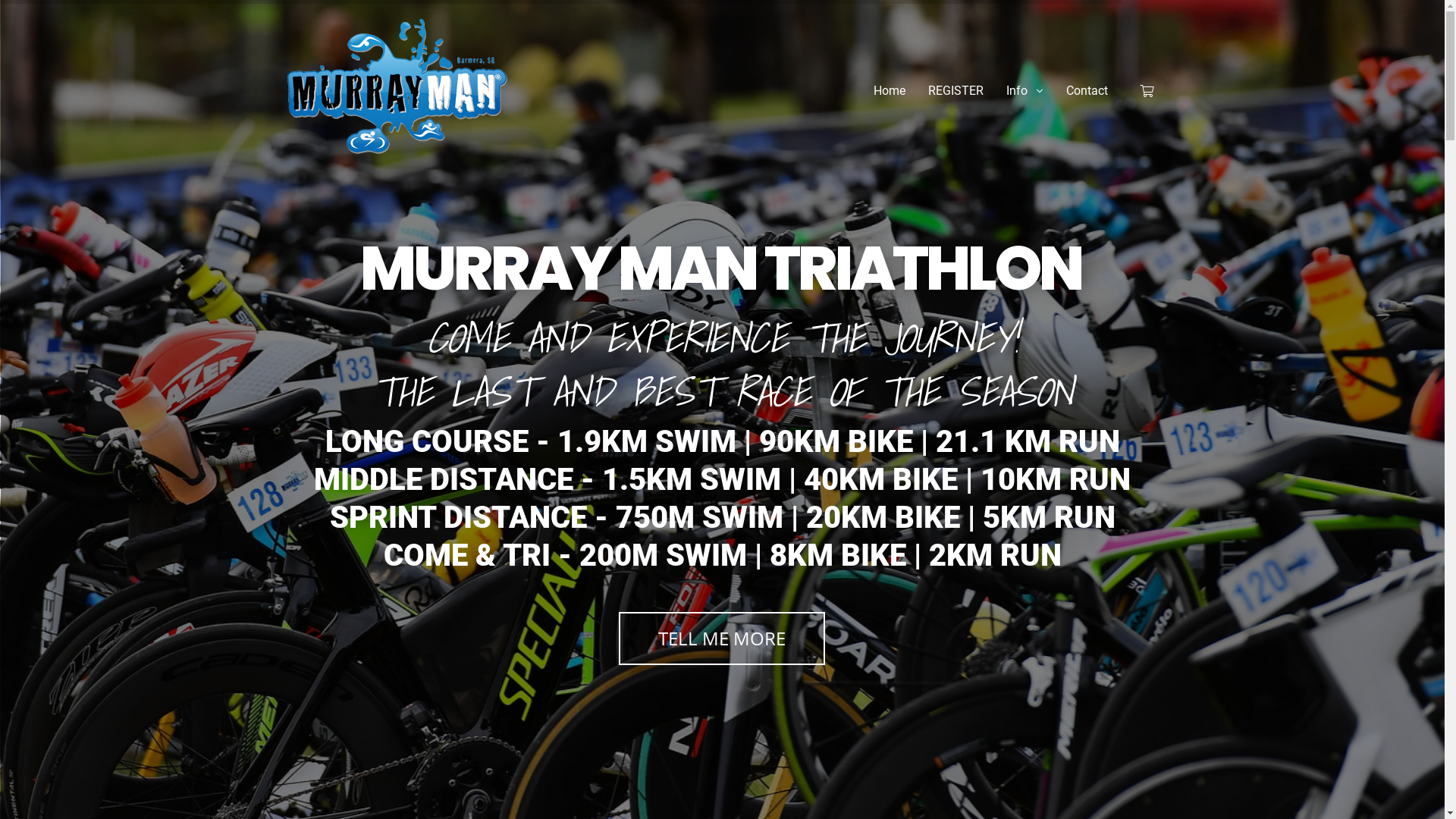 This screenshot has width=1456, height=819. What do you see at coordinates (1086, 90) in the screenshot?
I see `'Contact'` at bounding box center [1086, 90].